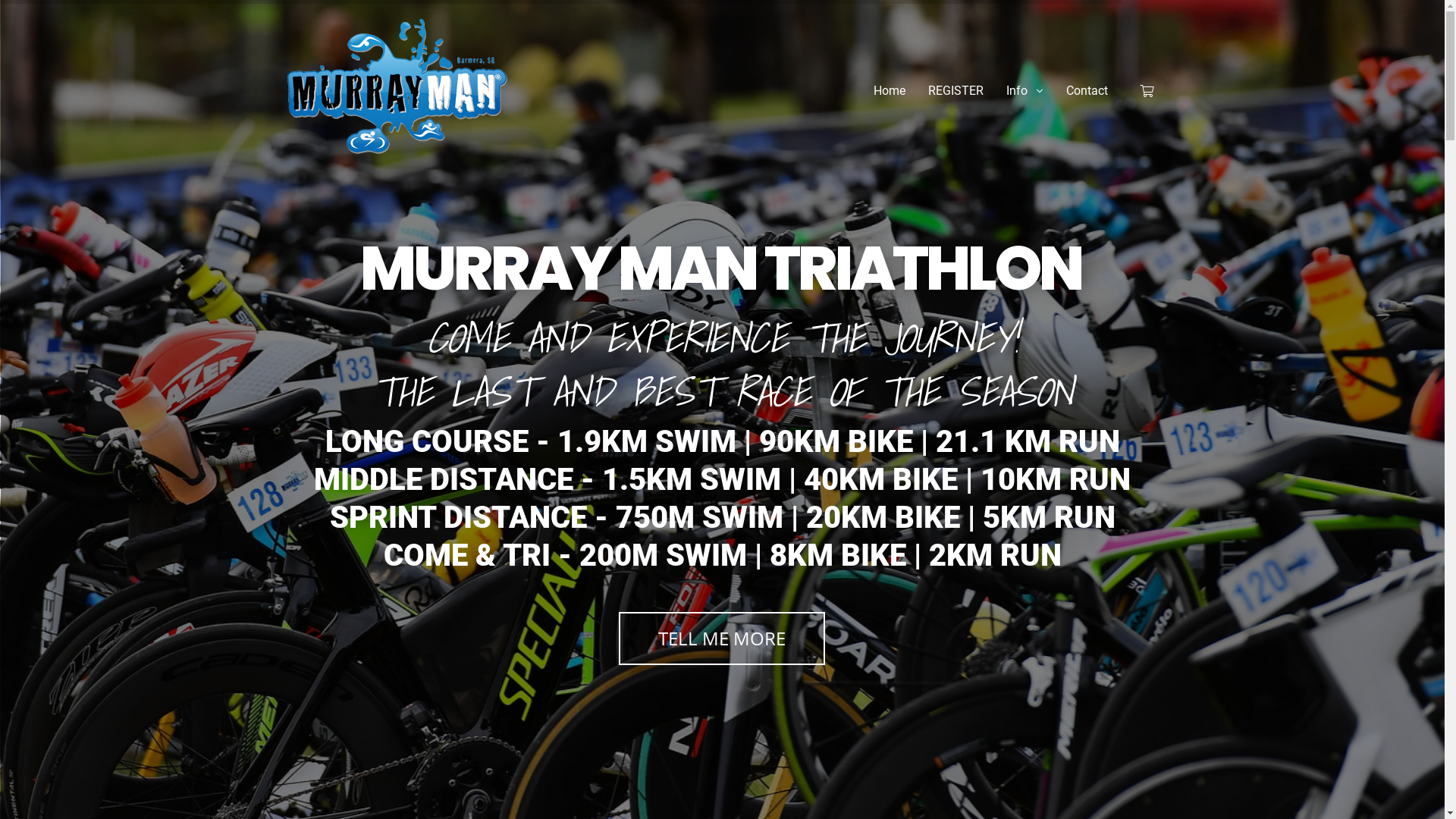 This screenshot has width=1456, height=819. What do you see at coordinates (1086, 90) in the screenshot?
I see `'Contact'` at bounding box center [1086, 90].